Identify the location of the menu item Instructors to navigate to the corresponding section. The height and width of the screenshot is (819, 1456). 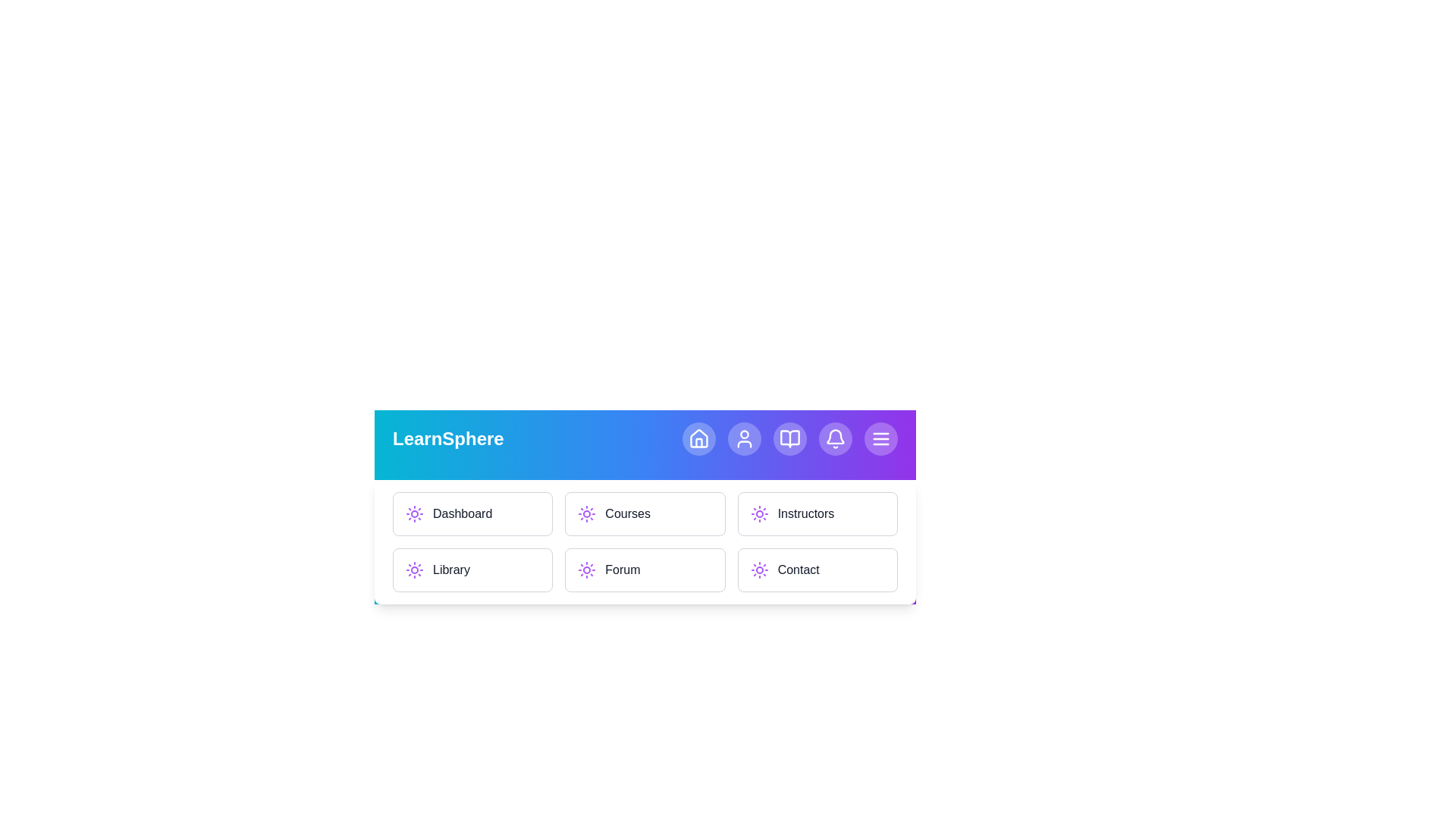
(817, 513).